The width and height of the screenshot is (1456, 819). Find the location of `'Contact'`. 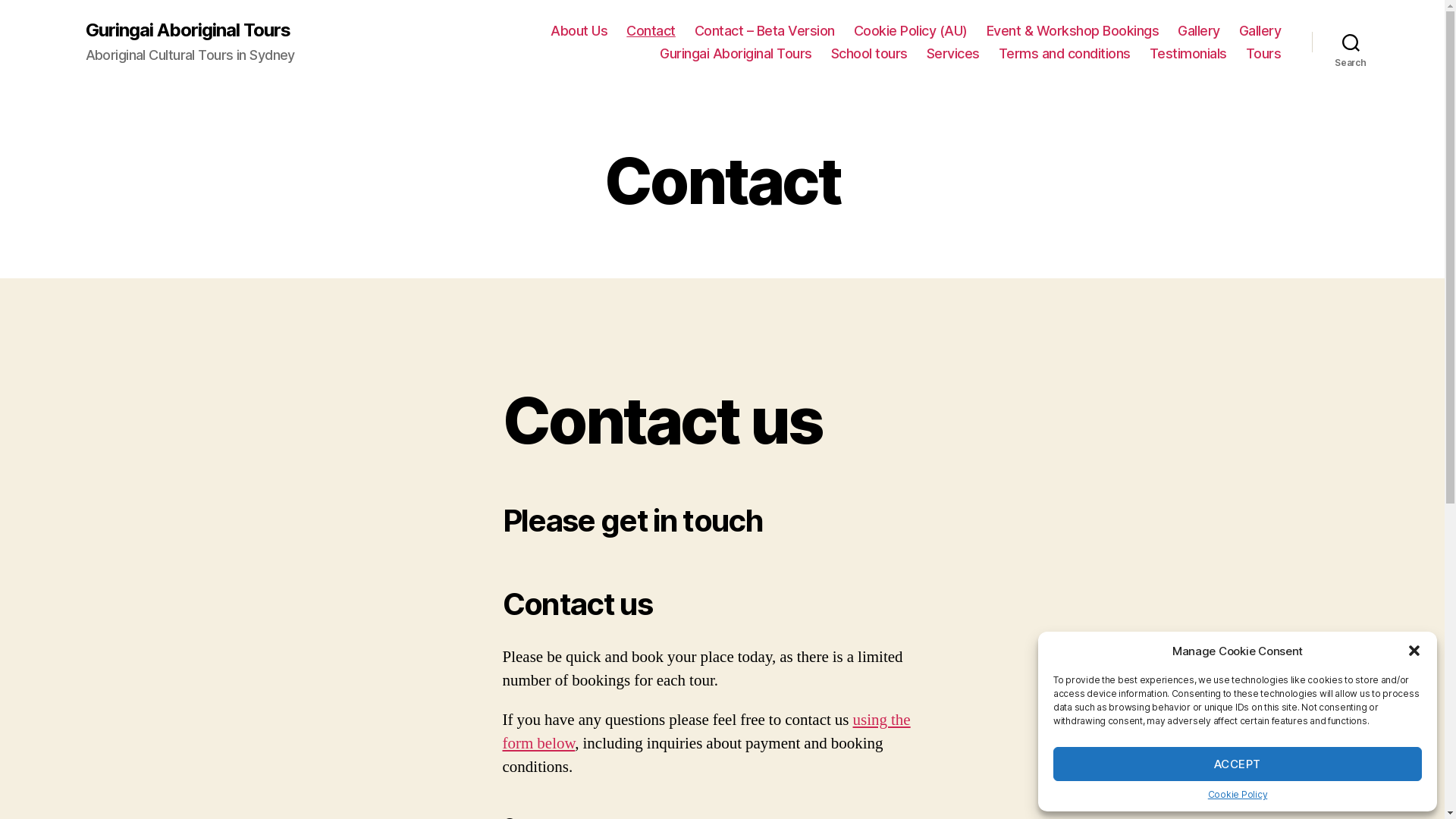

'Contact' is located at coordinates (651, 31).